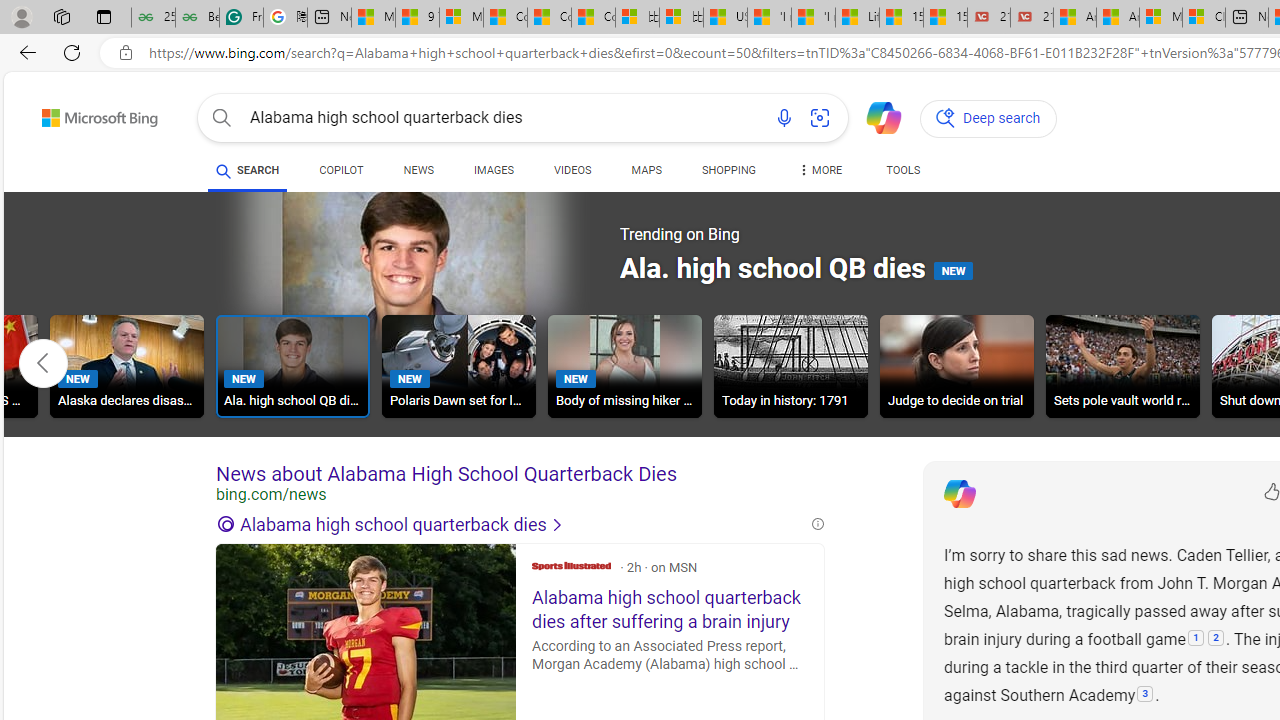 Image resolution: width=1280 pixels, height=720 pixels. I want to click on '15 Ways Modern Life Contradicts the Teachings of Jesus', so click(944, 17).